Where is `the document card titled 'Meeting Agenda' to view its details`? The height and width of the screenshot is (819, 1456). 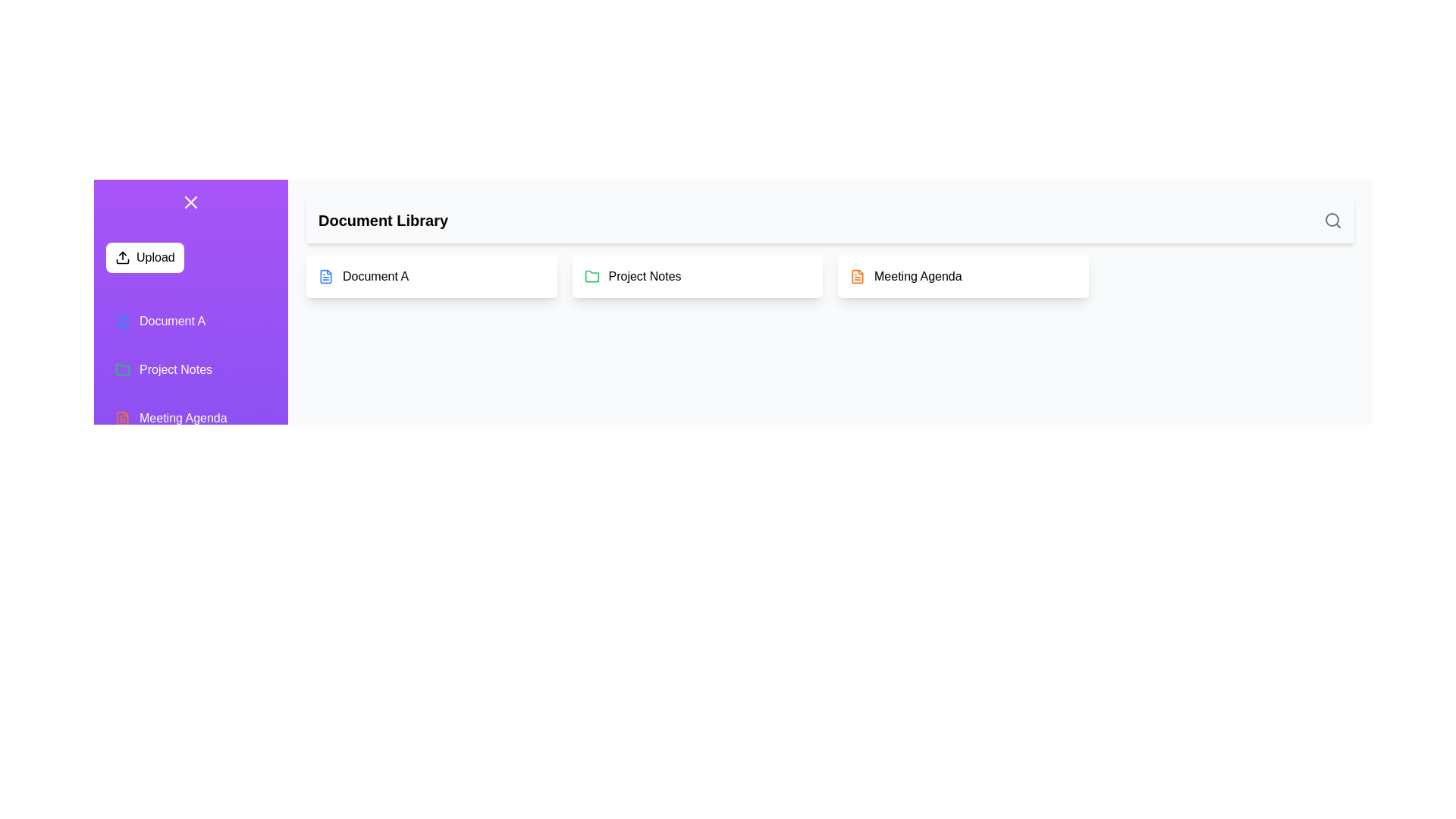
the document card titled 'Meeting Agenda' to view its details is located at coordinates (962, 277).